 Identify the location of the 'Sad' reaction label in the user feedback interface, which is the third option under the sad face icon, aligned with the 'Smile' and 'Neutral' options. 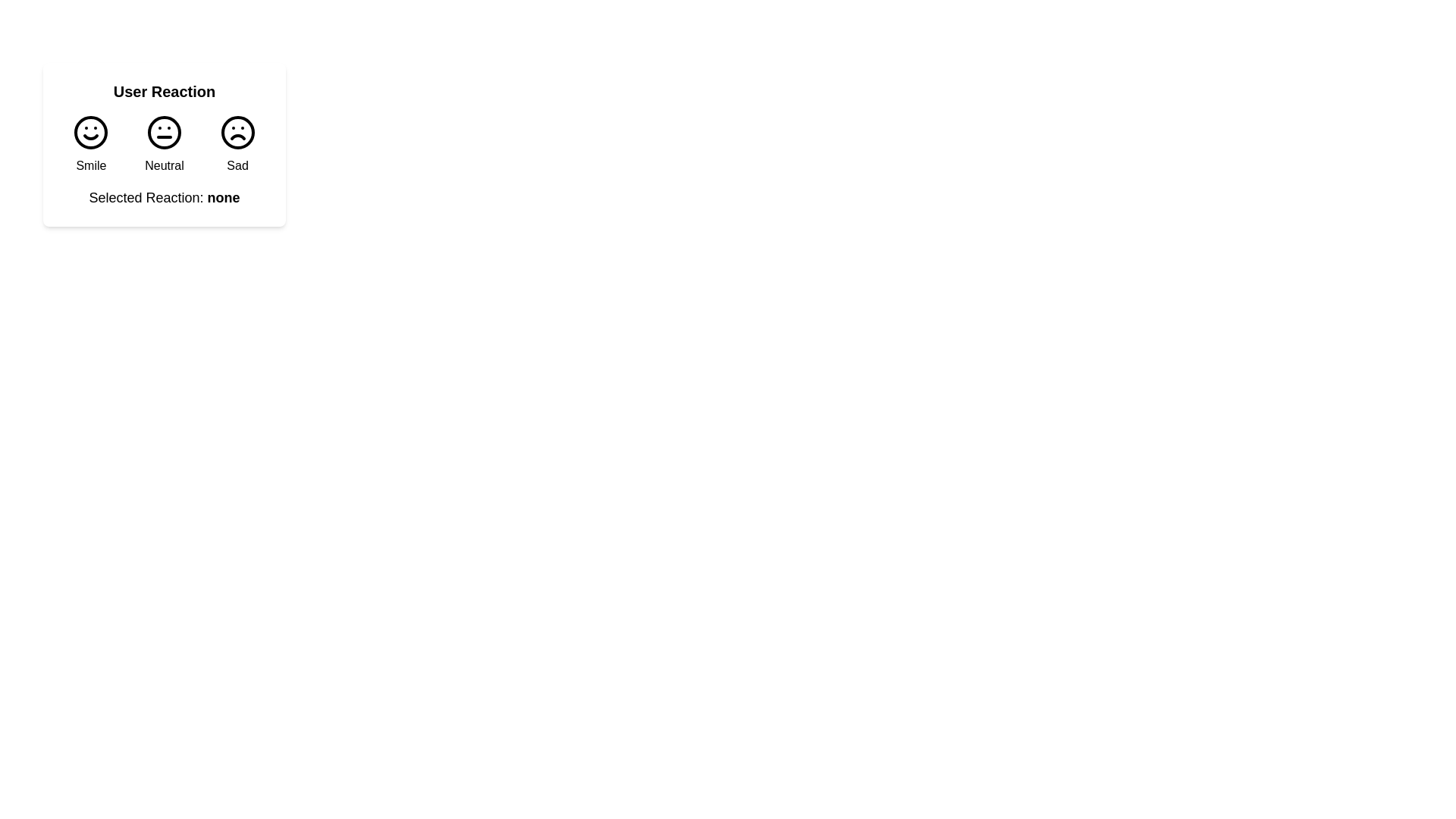
(237, 166).